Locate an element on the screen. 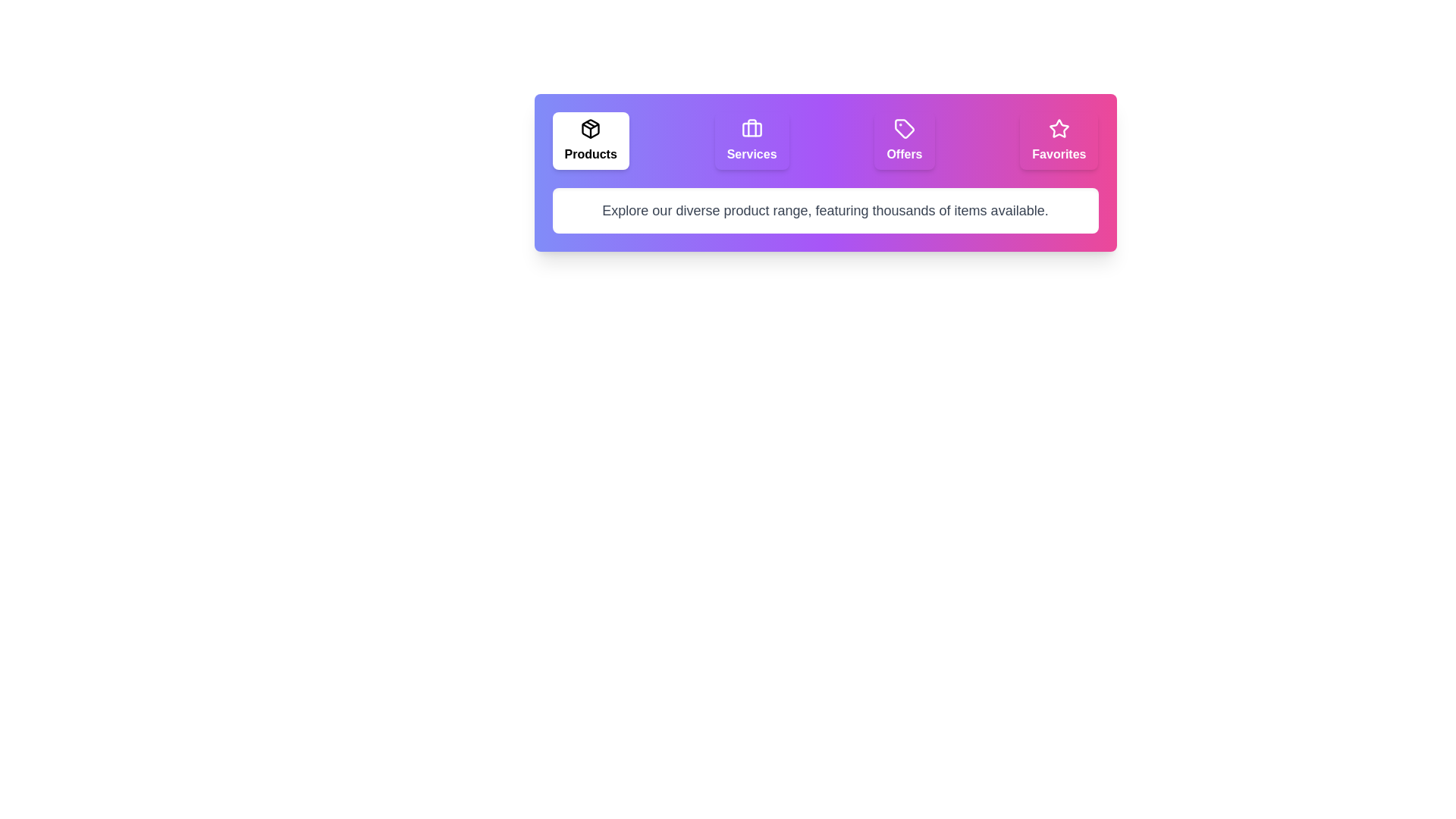 This screenshot has height=819, width=1456. the Products tab is located at coordinates (590, 140).